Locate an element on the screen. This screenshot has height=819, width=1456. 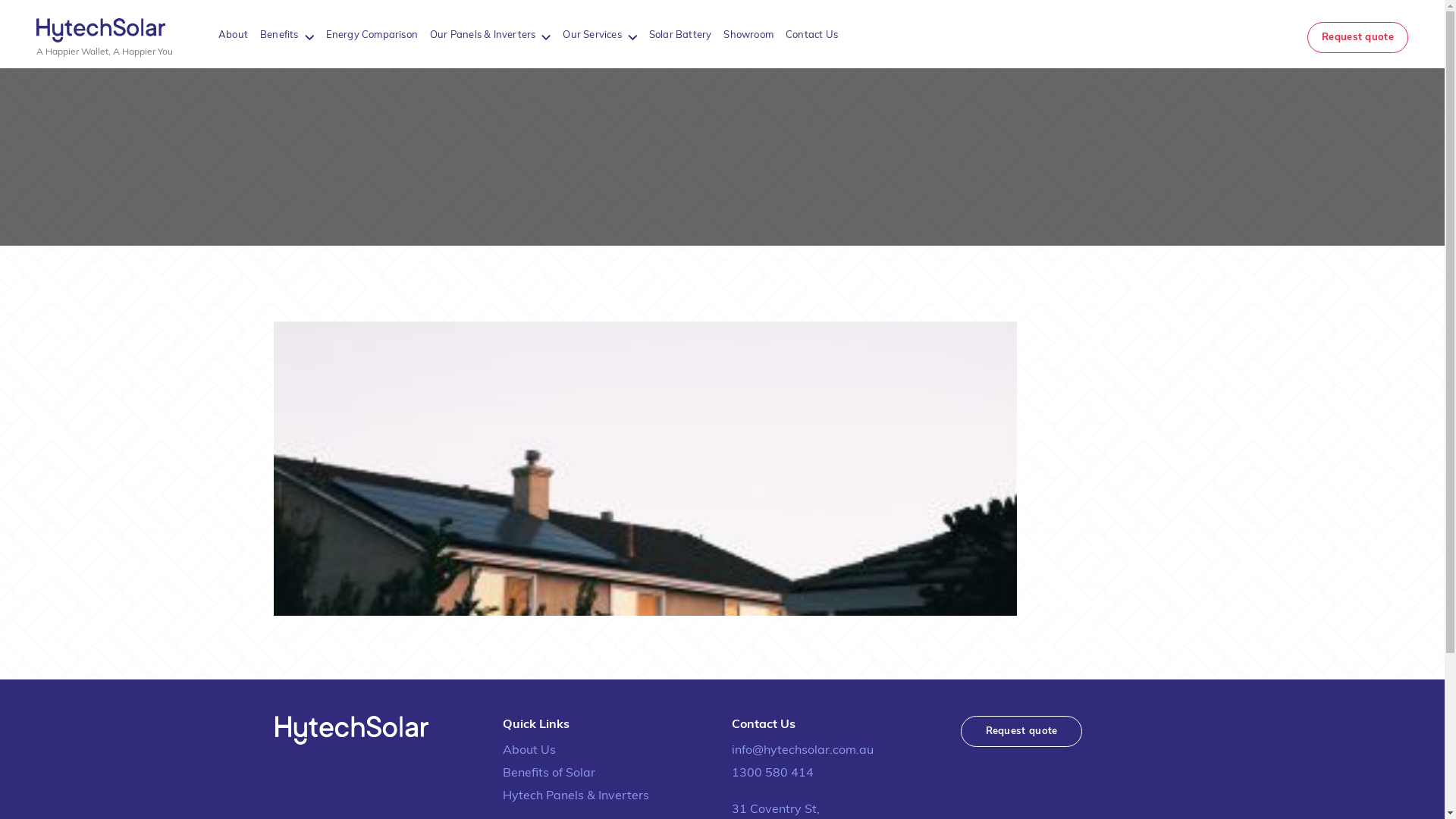
'About' is located at coordinates (232, 34).